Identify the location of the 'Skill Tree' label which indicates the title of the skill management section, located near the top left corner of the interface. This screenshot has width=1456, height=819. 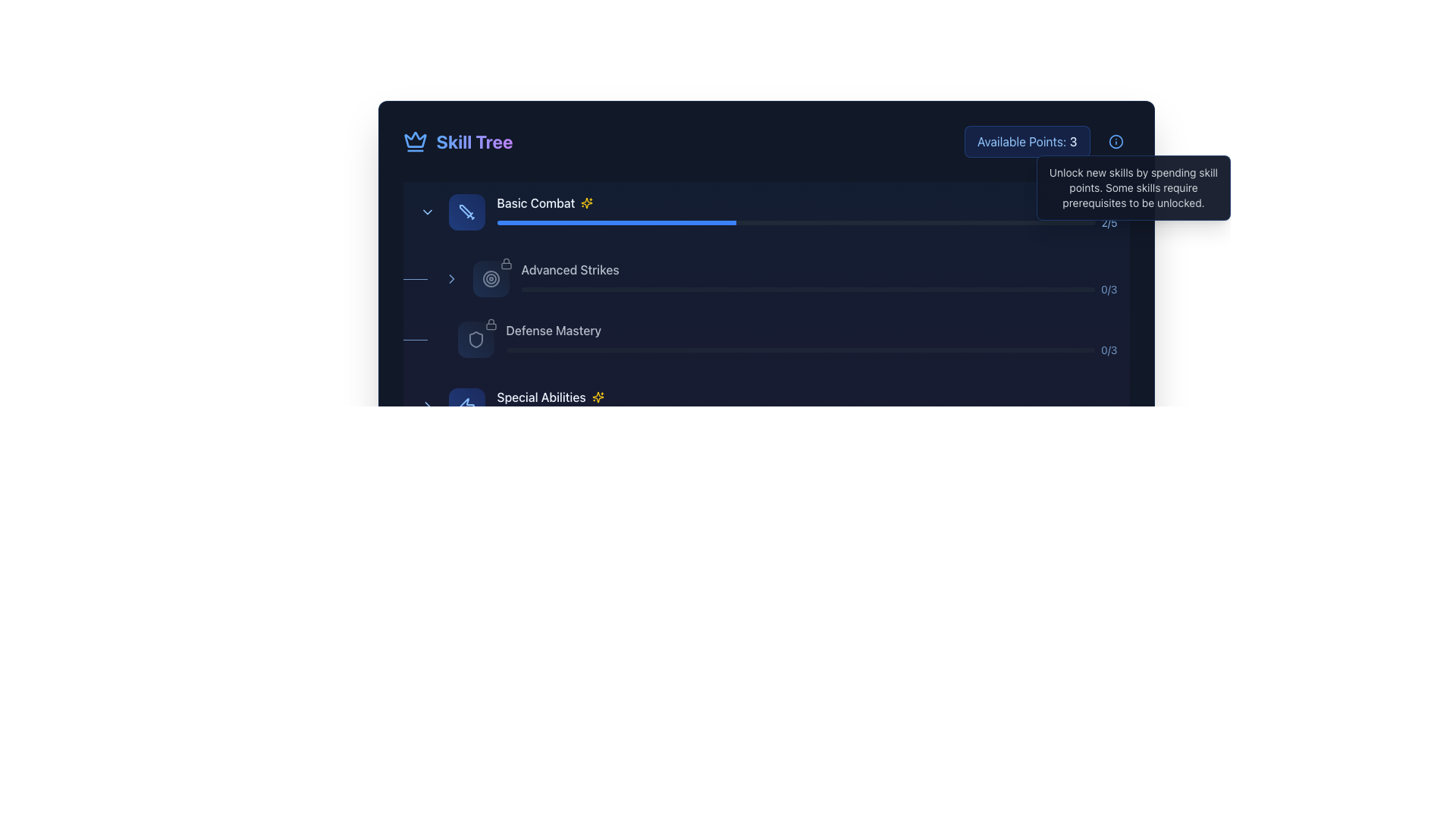
(474, 141).